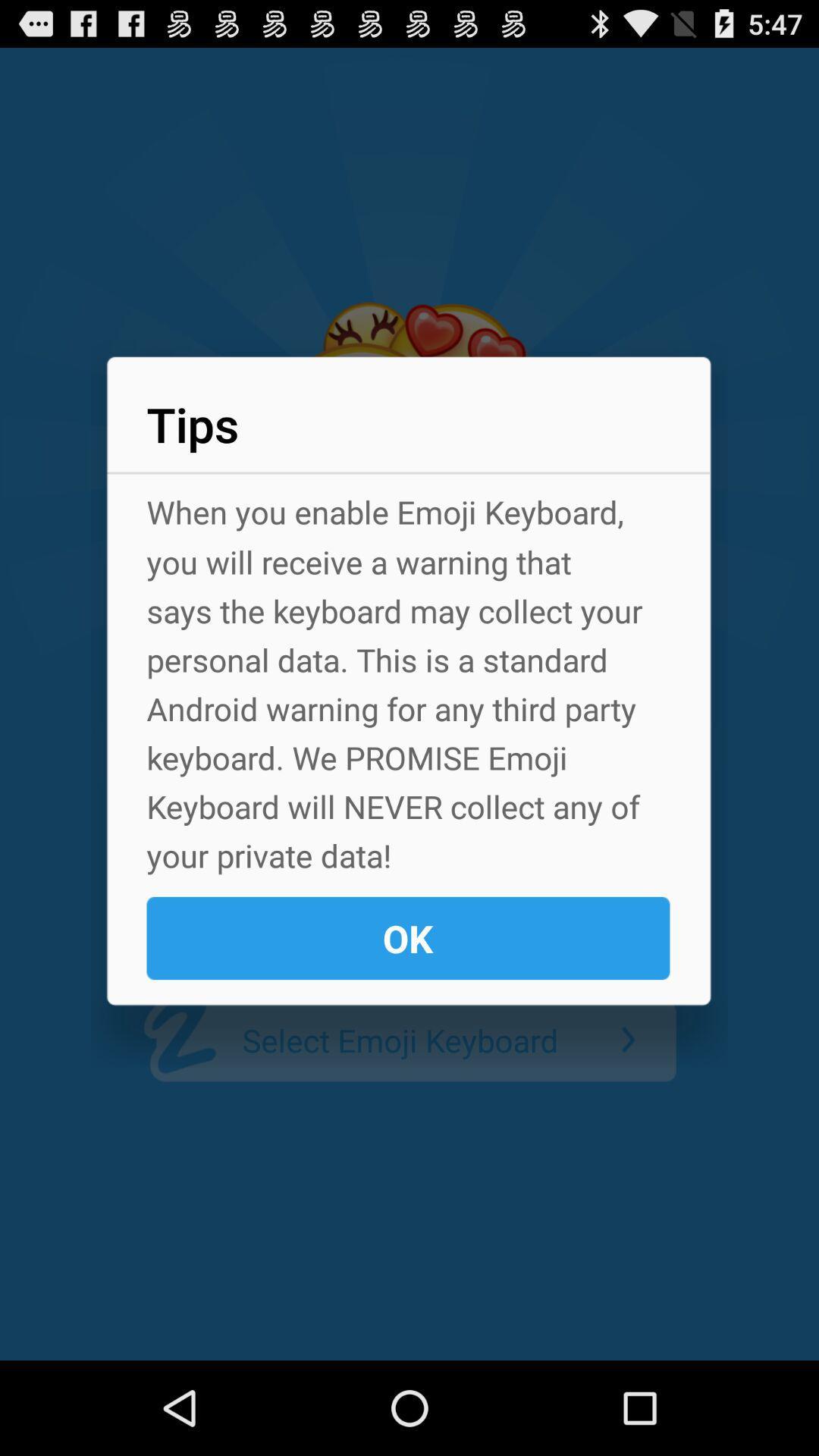 The image size is (819, 1456). What do you see at coordinates (407, 937) in the screenshot?
I see `the icon below the when you enable` at bounding box center [407, 937].